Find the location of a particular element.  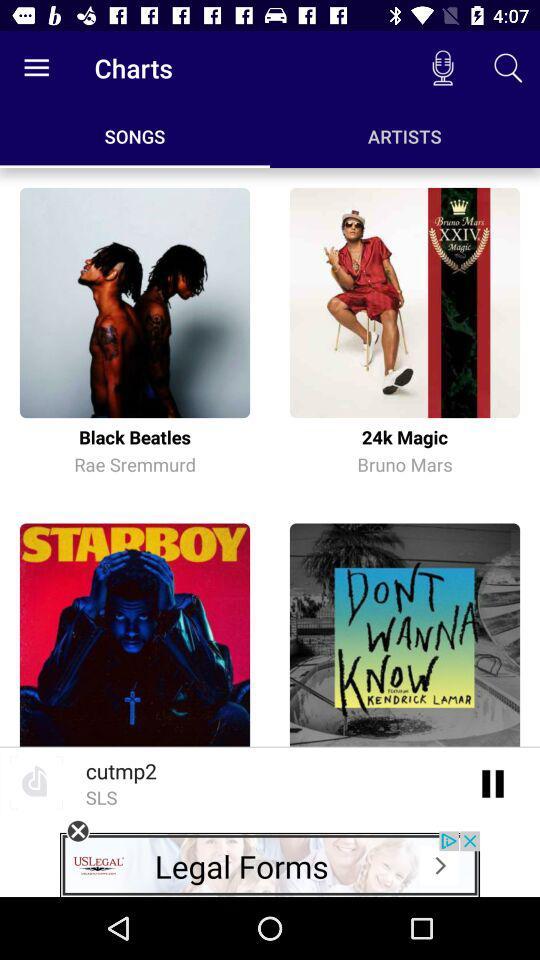

play is located at coordinates (492, 782).